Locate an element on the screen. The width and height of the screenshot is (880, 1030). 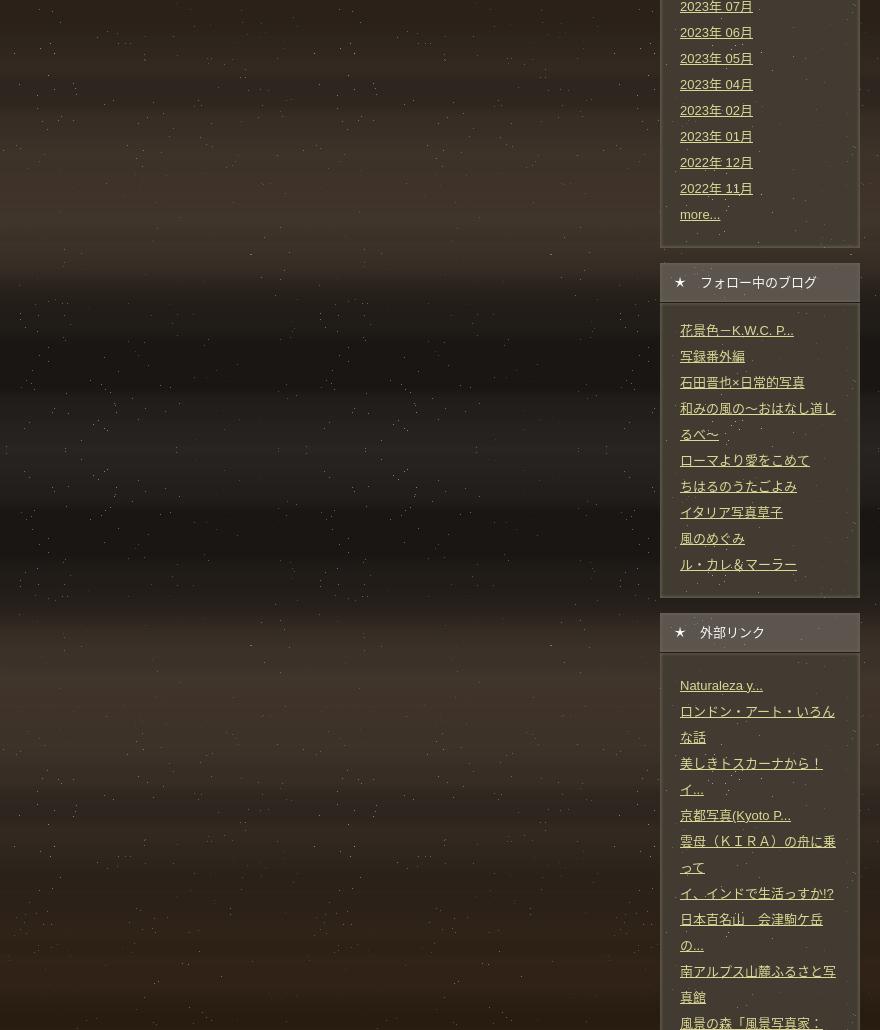
'Naturaleza y...' is located at coordinates (678, 683).